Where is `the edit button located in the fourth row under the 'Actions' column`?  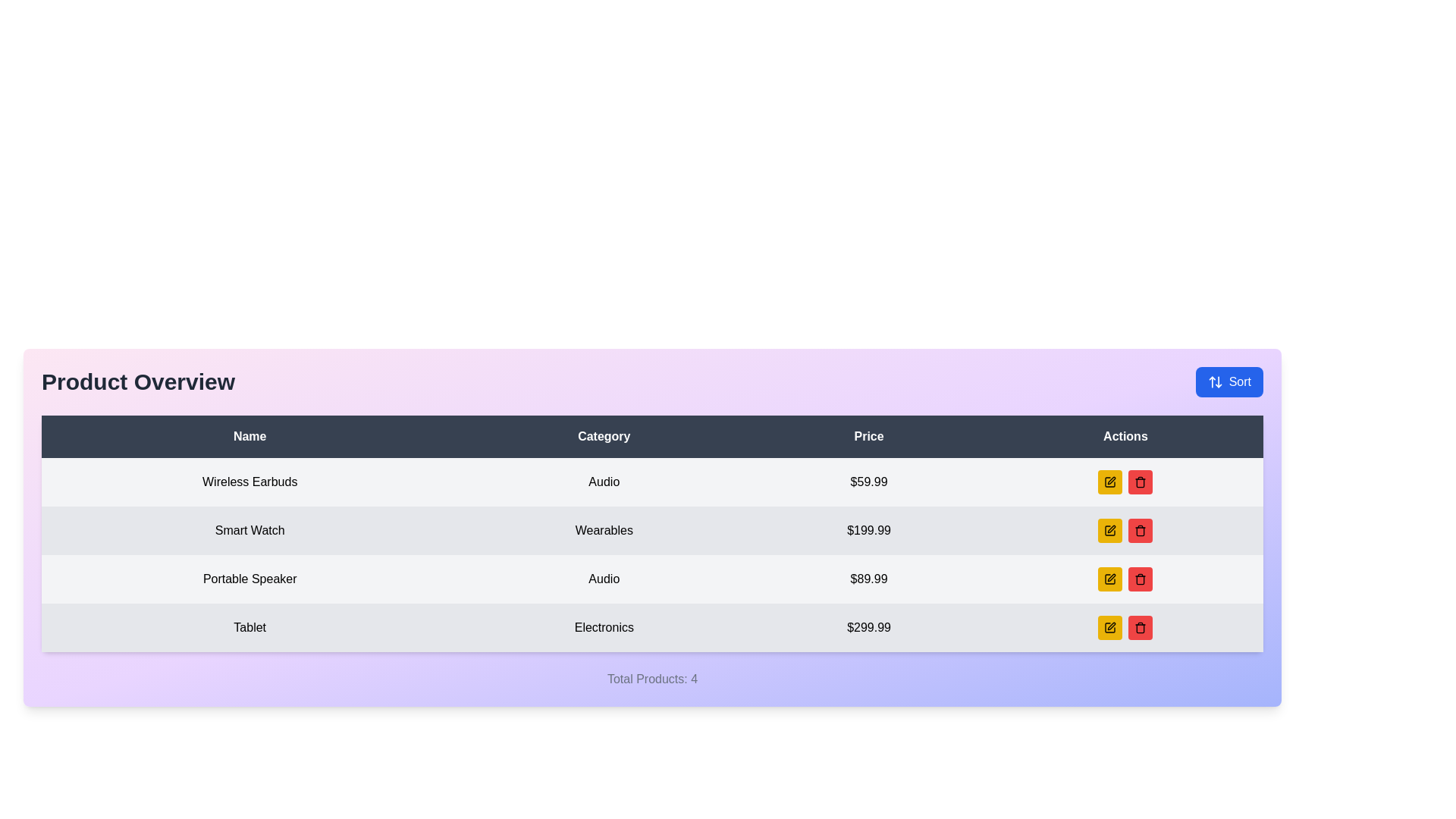 the edit button located in the fourth row under the 'Actions' column is located at coordinates (1110, 628).